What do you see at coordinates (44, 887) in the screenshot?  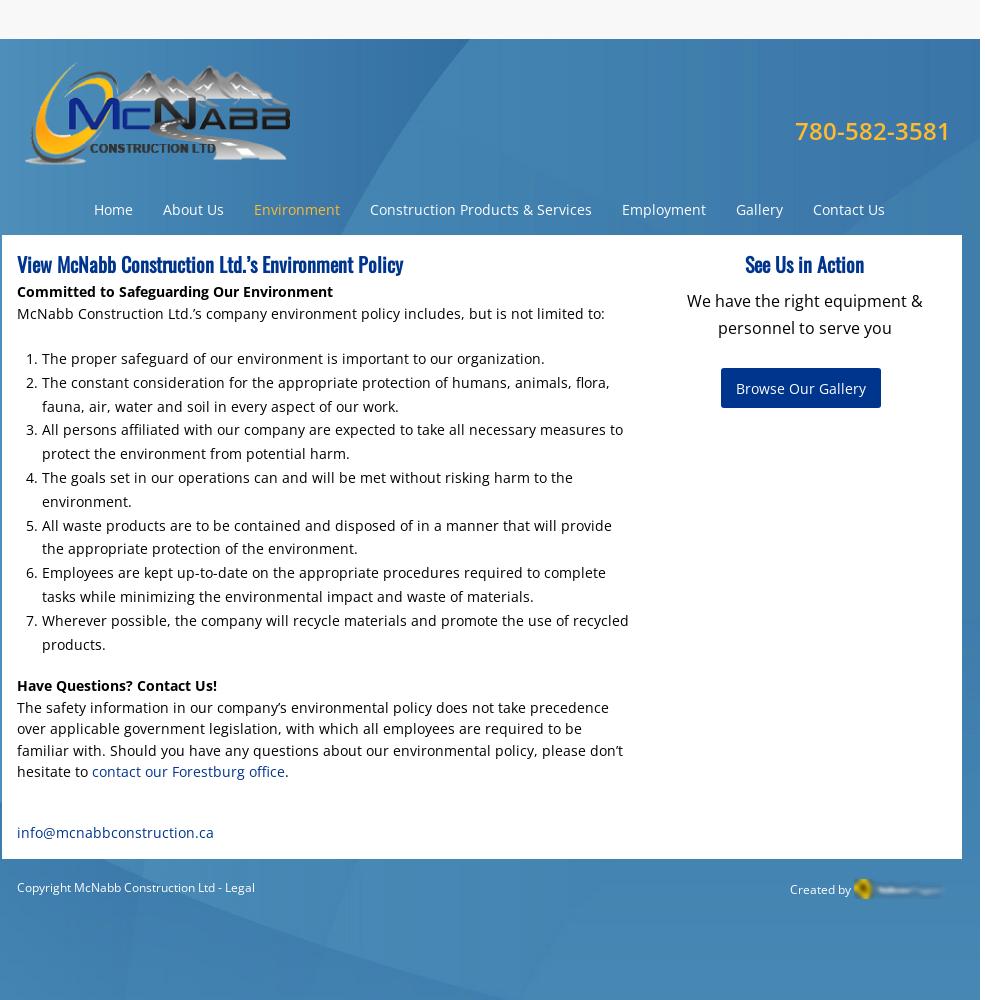 I see `'Copyright'` at bounding box center [44, 887].